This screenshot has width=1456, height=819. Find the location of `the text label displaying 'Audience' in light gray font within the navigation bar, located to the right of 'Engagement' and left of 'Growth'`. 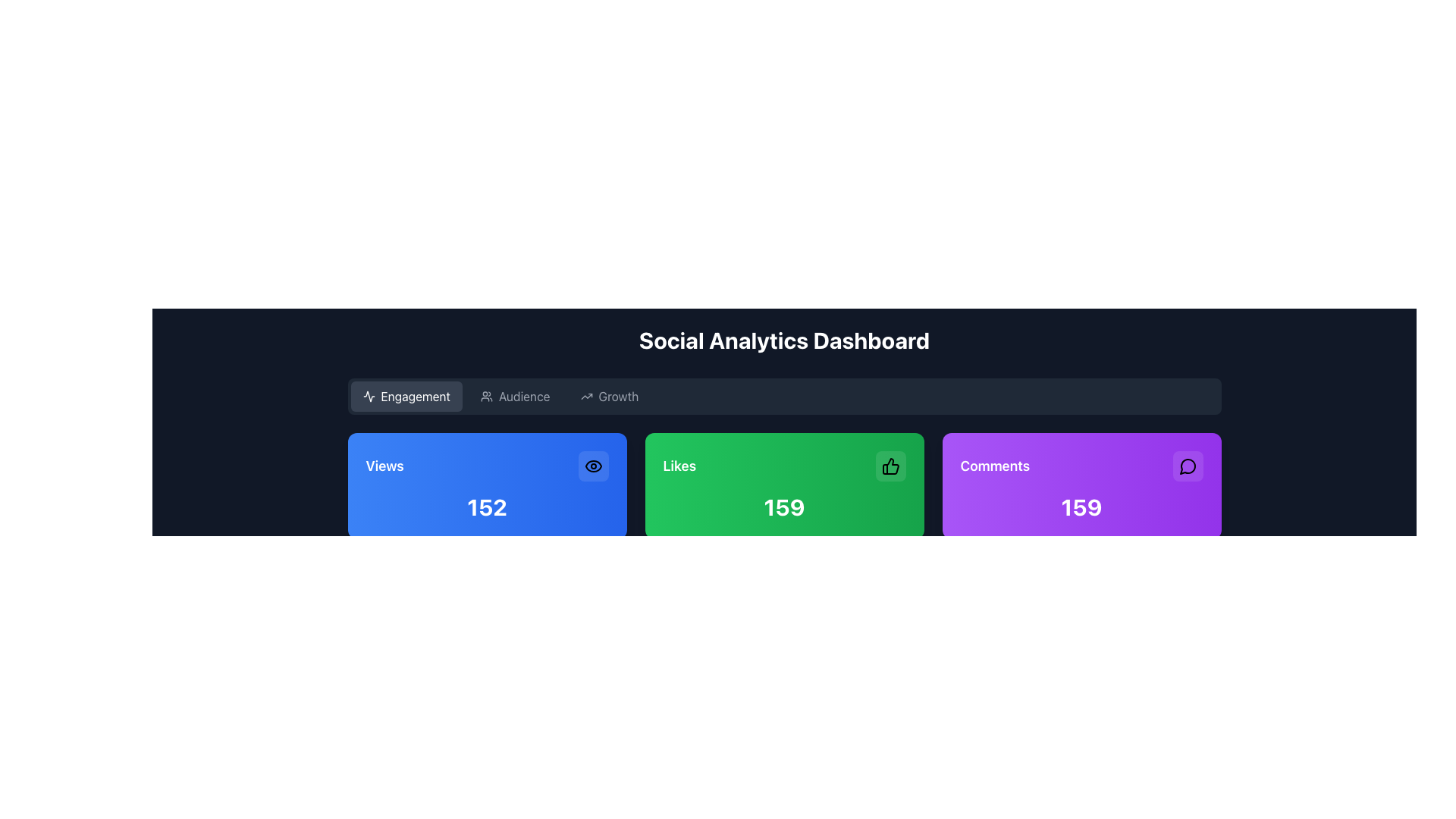

the text label displaying 'Audience' in light gray font within the navigation bar, located to the right of 'Engagement' and left of 'Growth' is located at coordinates (524, 396).